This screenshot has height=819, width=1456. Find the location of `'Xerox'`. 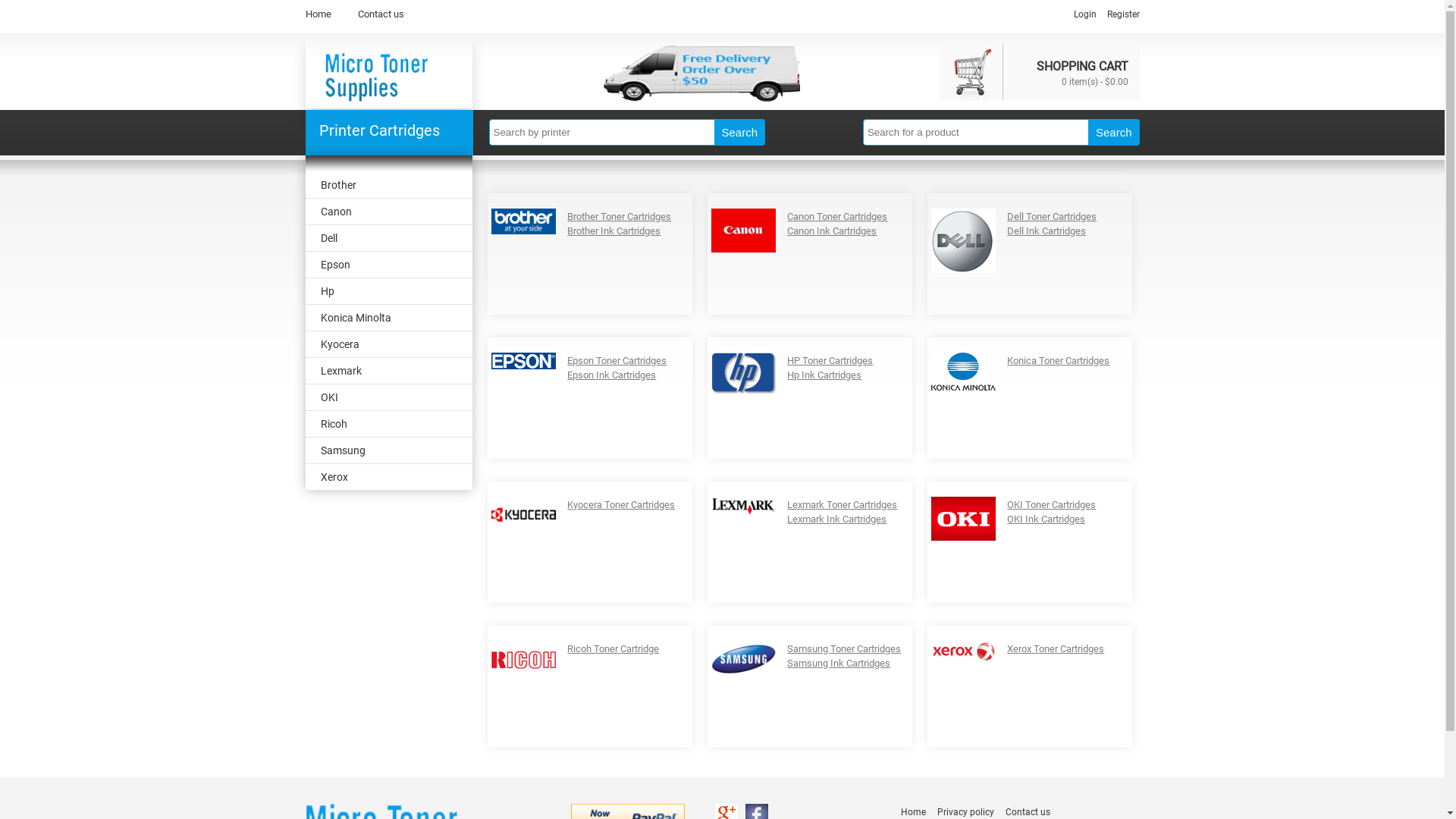

'Xerox' is located at coordinates (388, 476).